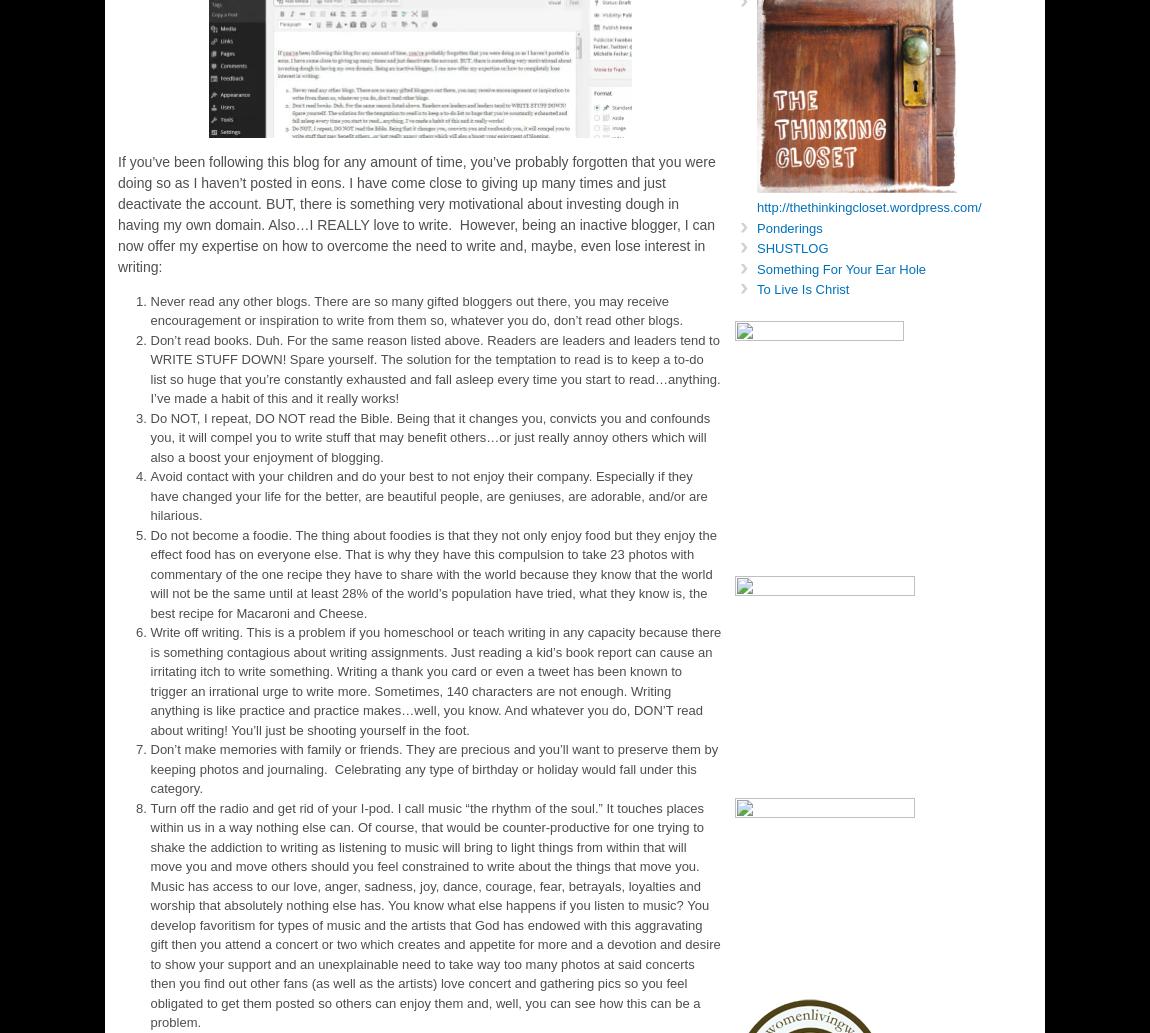 This screenshot has width=1150, height=1033. What do you see at coordinates (435, 679) in the screenshot?
I see `'Write off writing. This is a problem if you homeschool or teach writing in any capacity because there is something contagious about writing assignments. Just reading a kid’s book report can cause an irritating itch to write something. Writing a thank you card or even a tweet has been known to trigger an irrational urge to write more. Sometimes, 140 characters are not enough. Writing anything is like practice and practice makes…well, you know. And whatever you do, DON’T read about writing! You’ll just be shooting yourself in the foot.'` at bounding box center [435, 679].